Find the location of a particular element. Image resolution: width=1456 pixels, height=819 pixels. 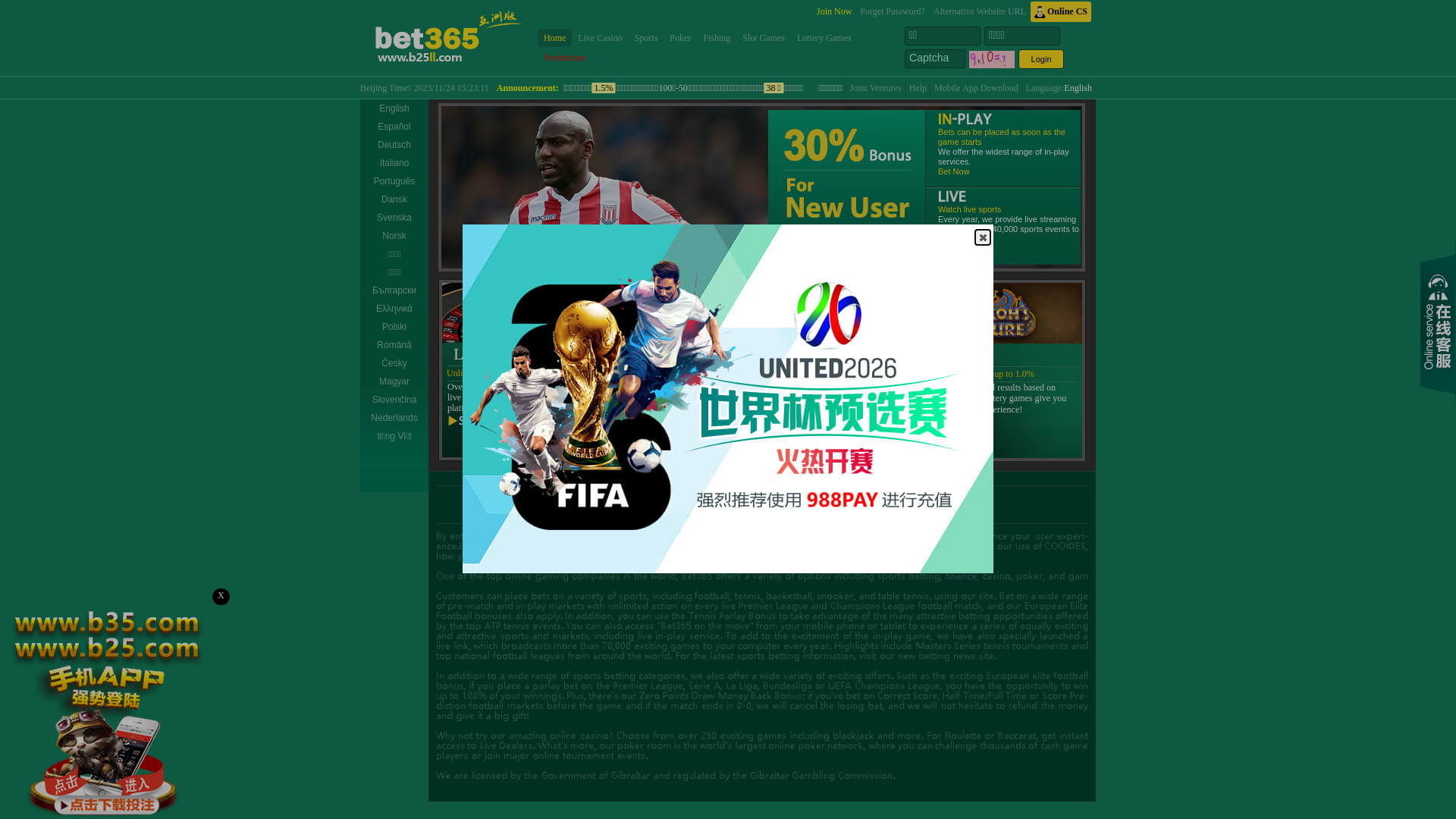

'Home' is located at coordinates (554, 37).